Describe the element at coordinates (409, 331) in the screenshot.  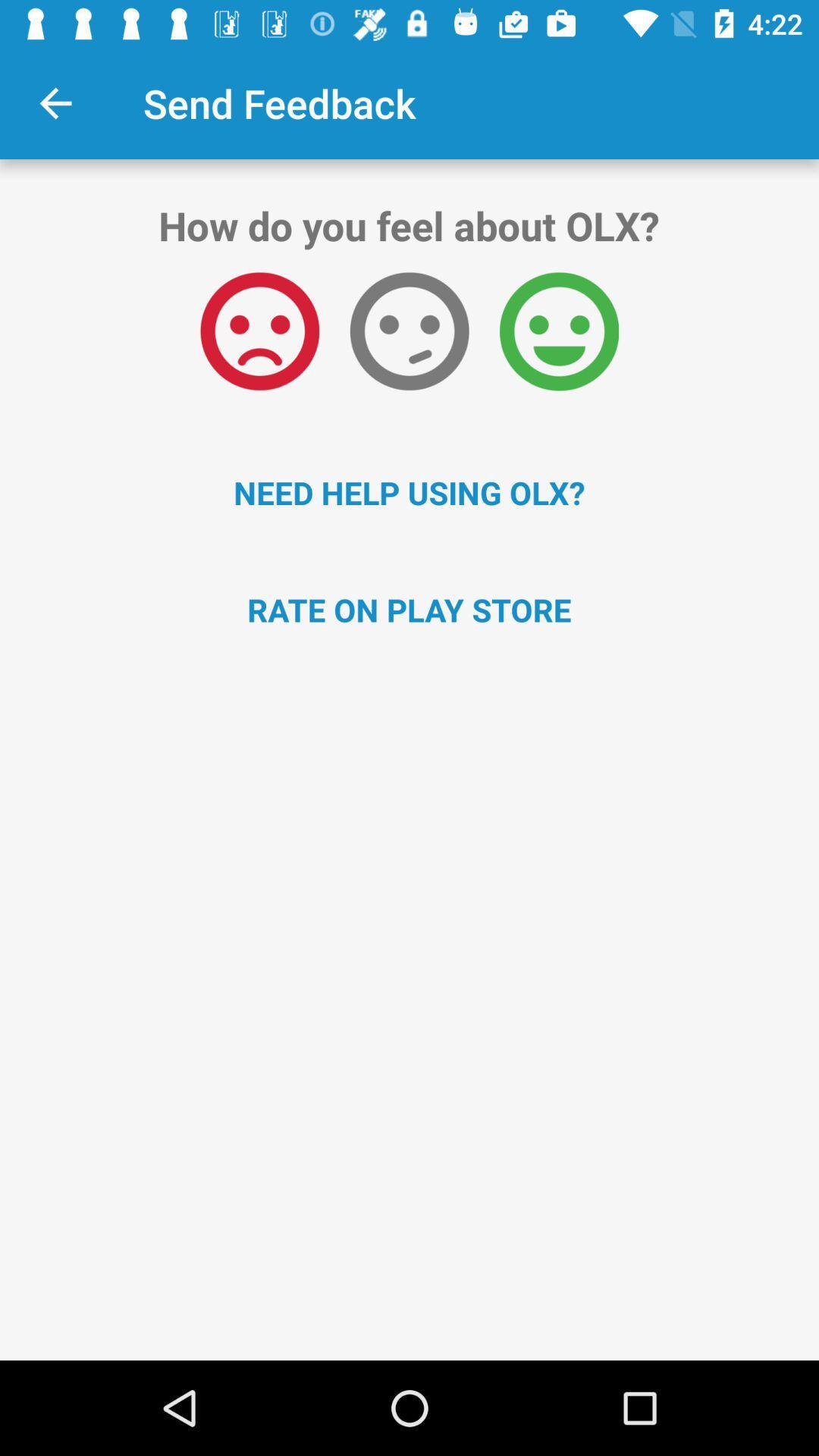
I see `the emoji icon` at that location.